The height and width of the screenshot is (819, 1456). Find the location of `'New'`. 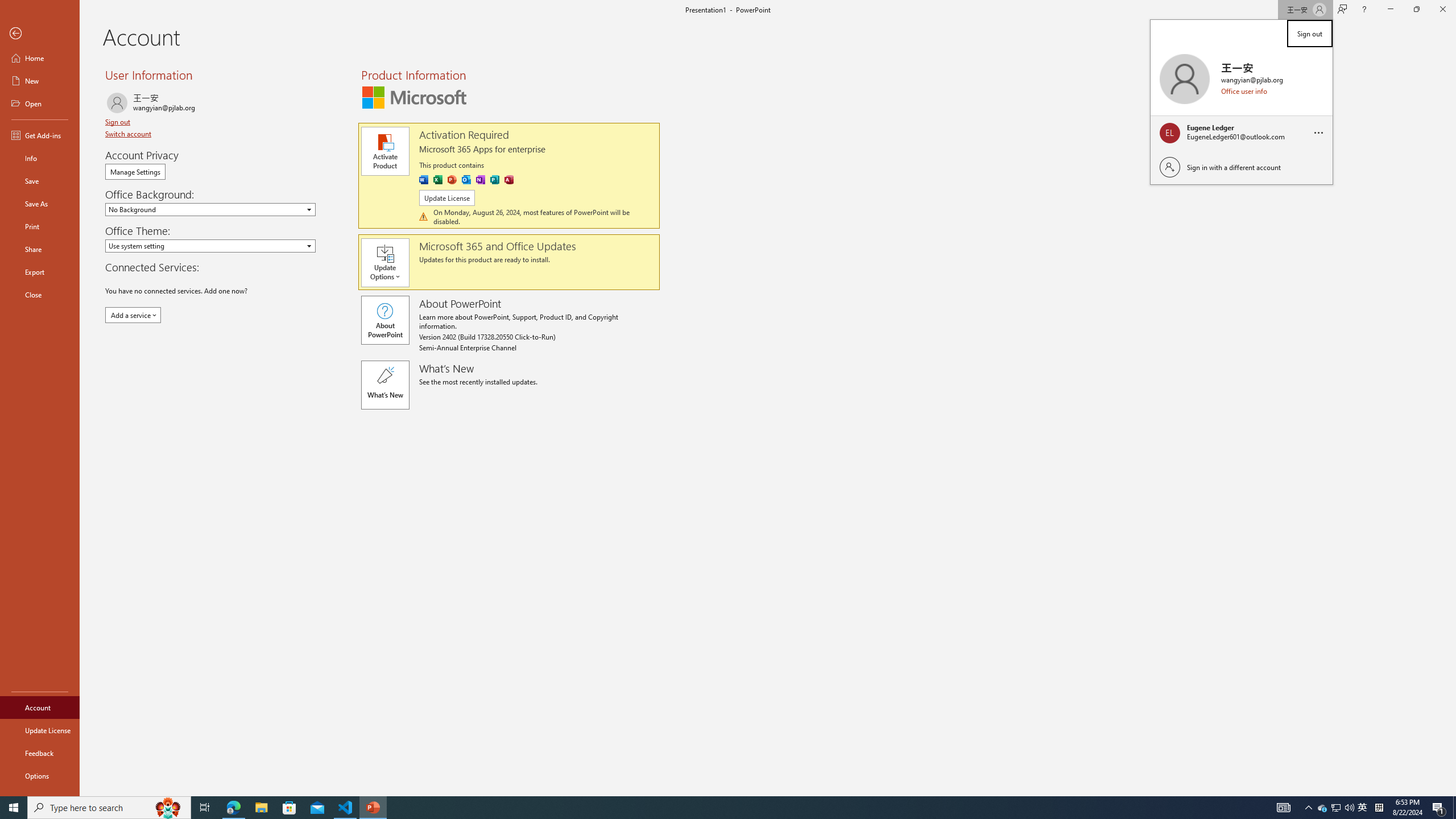

'New' is located at coordinates (39, 80).